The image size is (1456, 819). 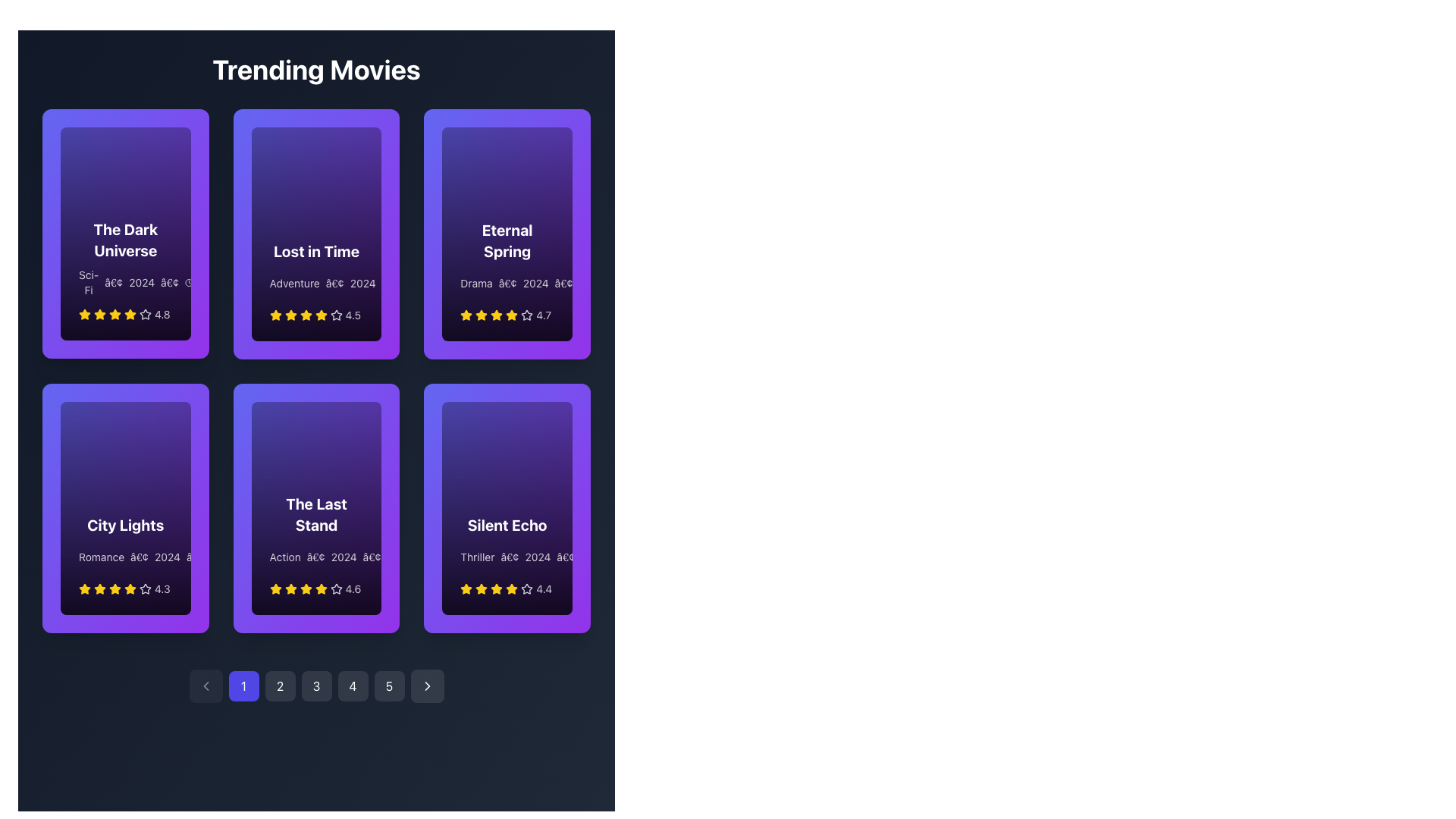 What do you see at coordinates (99, 314) in the screenshot?
I see `the third star icon indicating the rating for the movie 'The Dark Universe', located in the first card on the first row` at bounding box center [99, 314].